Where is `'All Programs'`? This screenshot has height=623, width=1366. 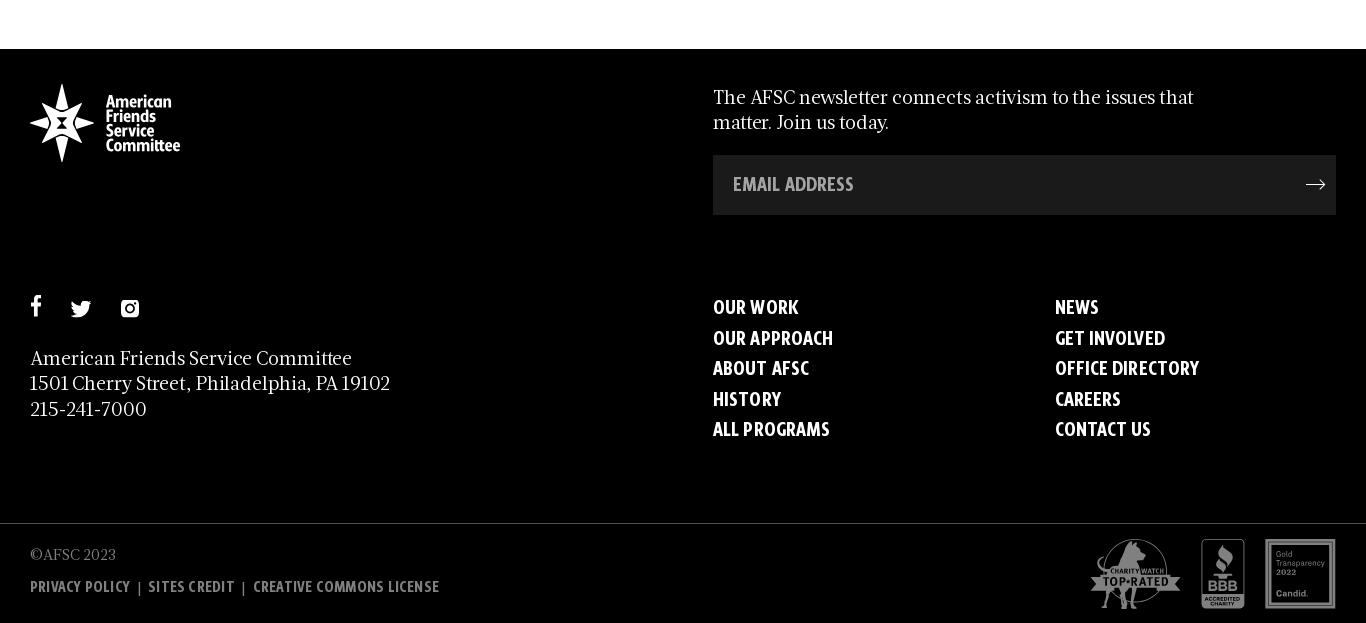 'All Programs' is located at coordinates (771, 429).